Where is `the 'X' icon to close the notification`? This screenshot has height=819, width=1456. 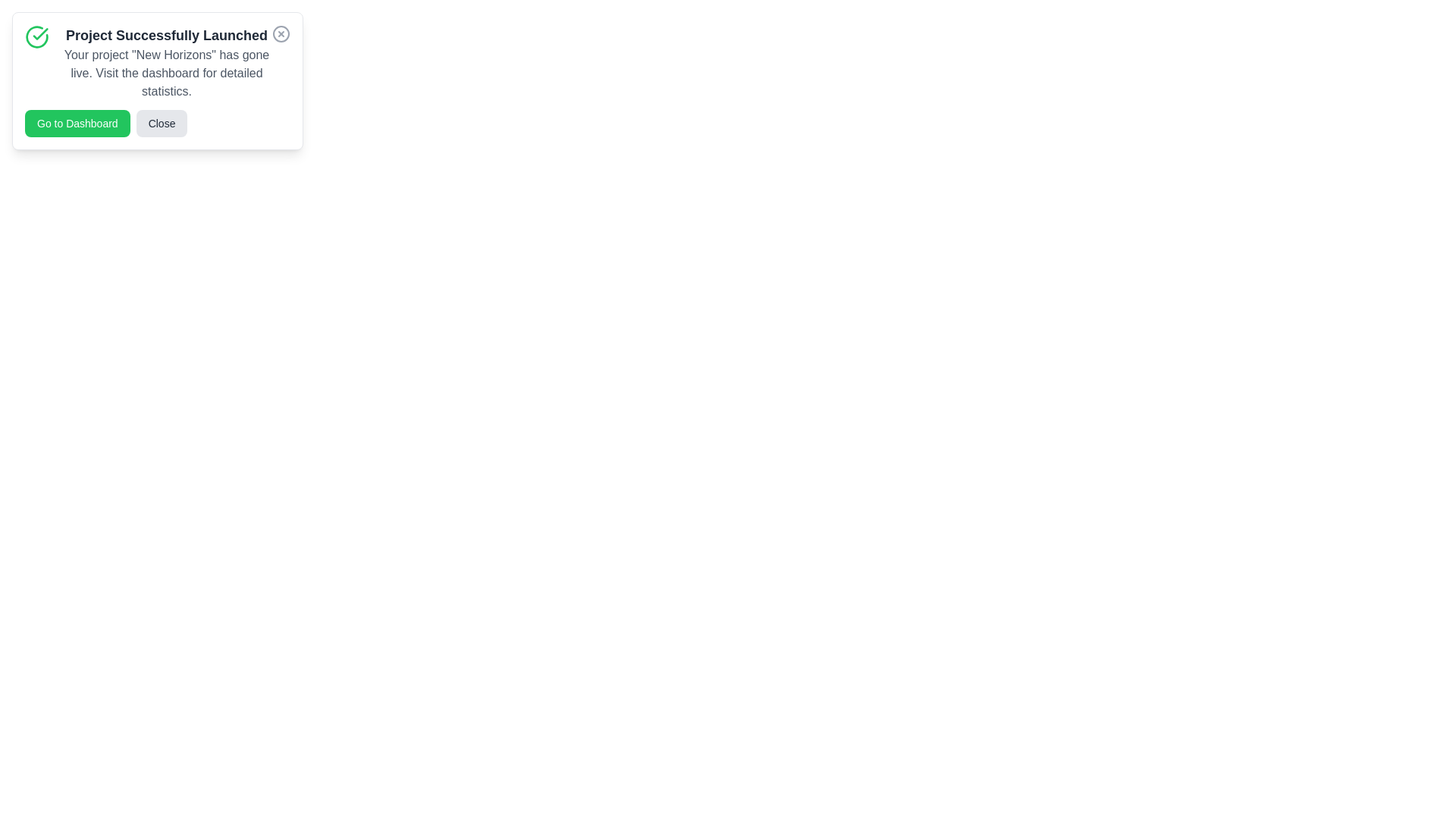 the 'X' icon to close the notification is located at coordinates (281, 34).